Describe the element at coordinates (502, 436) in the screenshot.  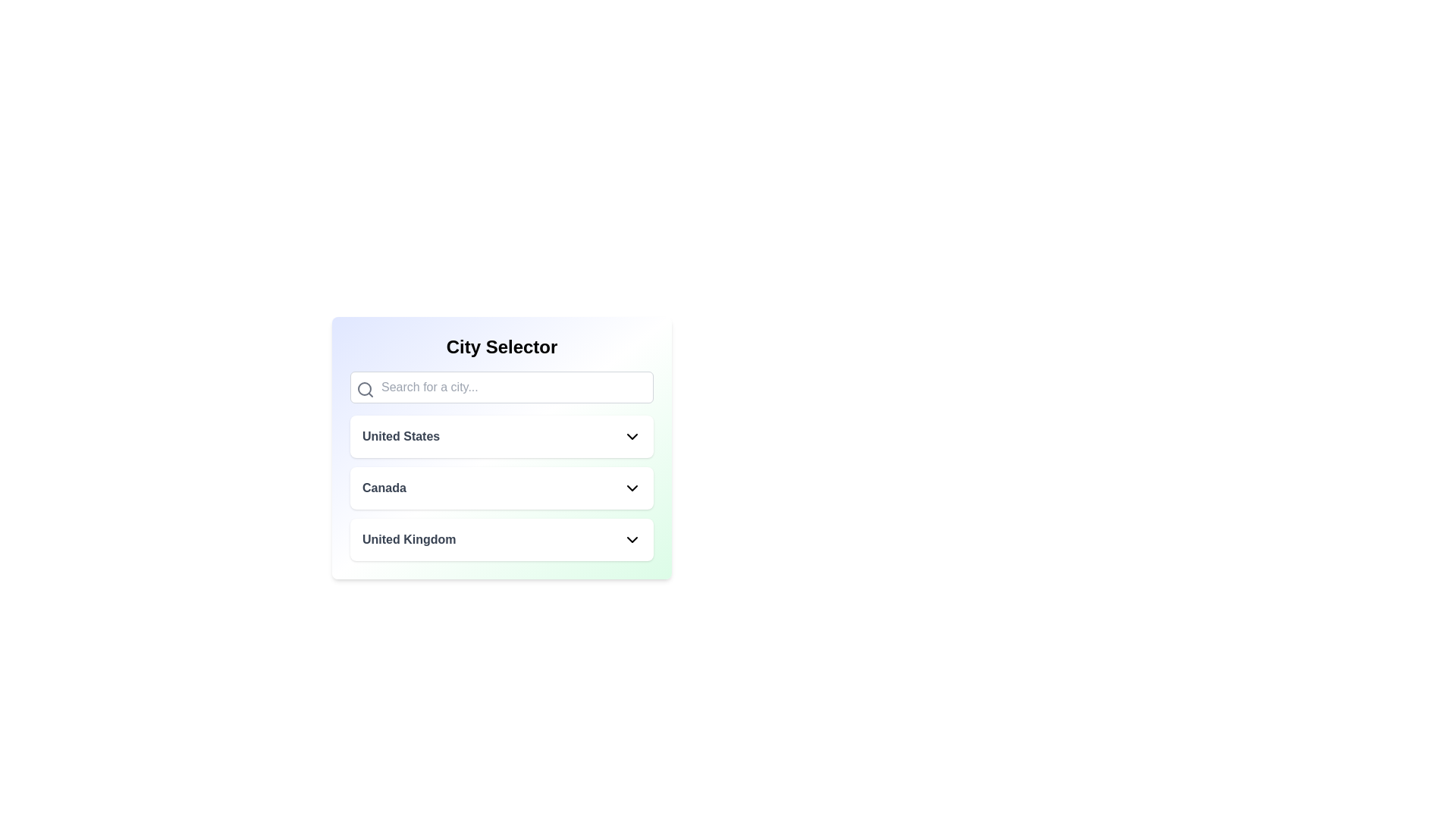
I see `the Dropdown Selector displaying 'United States'` at that location.